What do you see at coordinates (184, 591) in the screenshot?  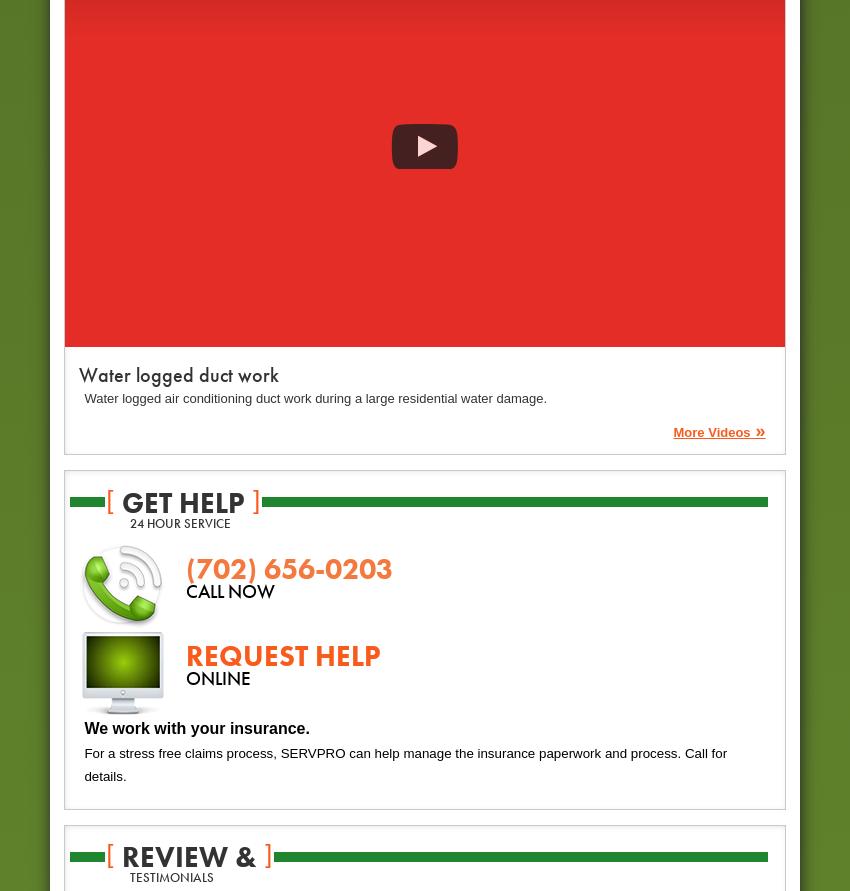 I see `'CALL NOW'` at bounding box center [184, 591].